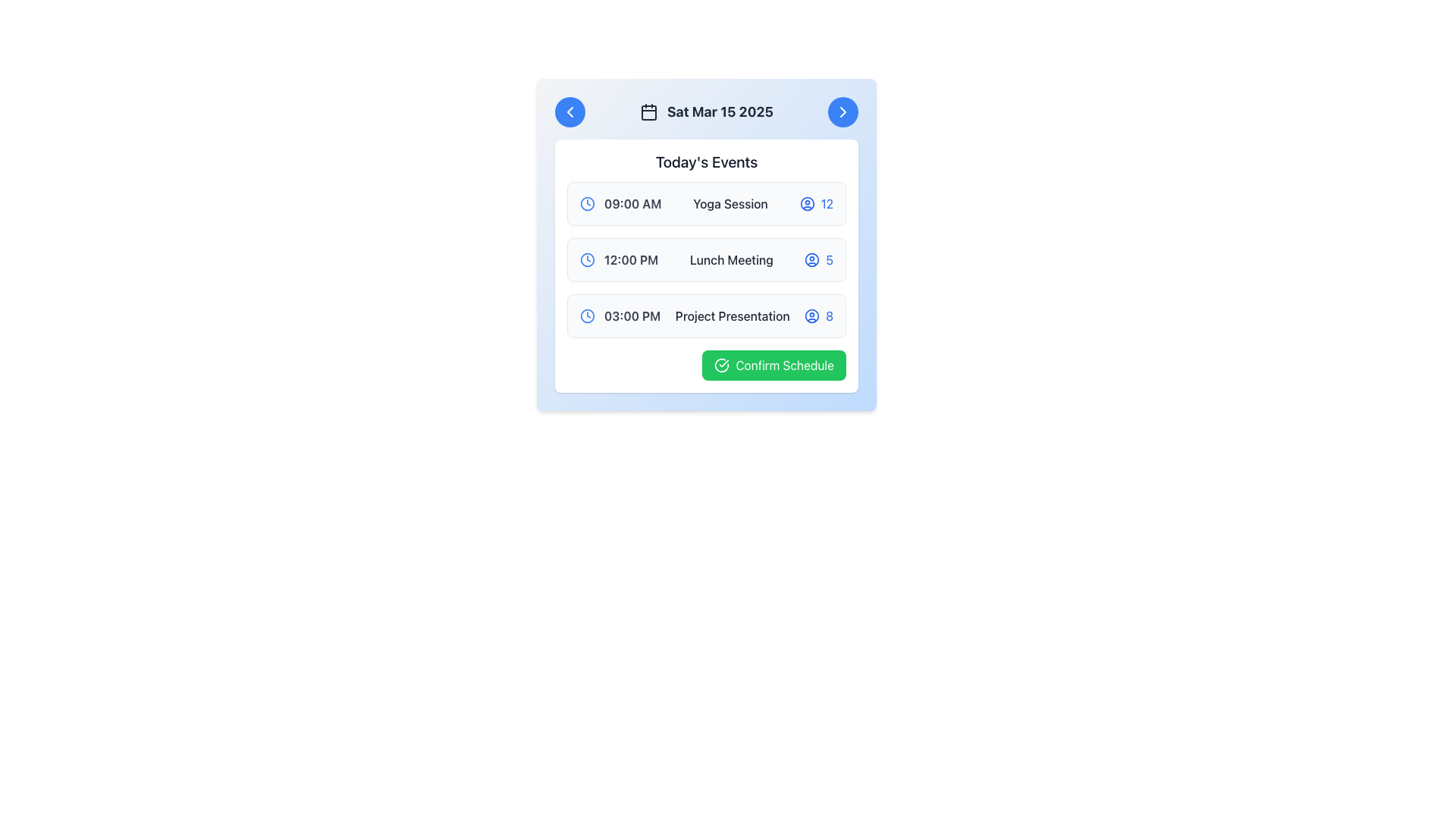 The width and height of the screenshot is (1456, 819). What do you see at coordinates (774, 366) in the screenshot?
I see `the confirmation button located at the bottom-right of the event card to confirm the schedule selection` at bounding box center [774, 366].